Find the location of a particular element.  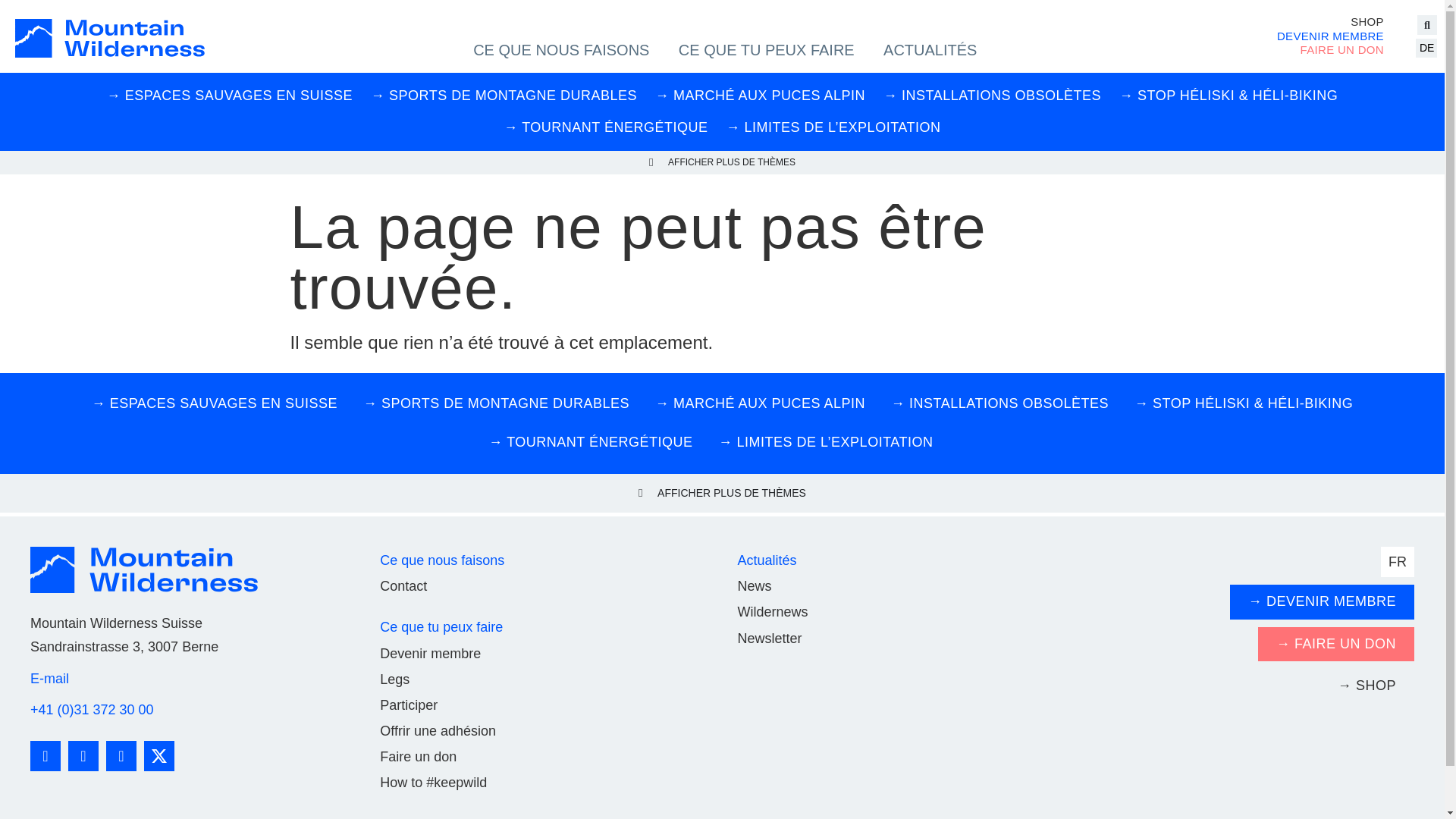

'FR' is located at coordinates (1397, 561).